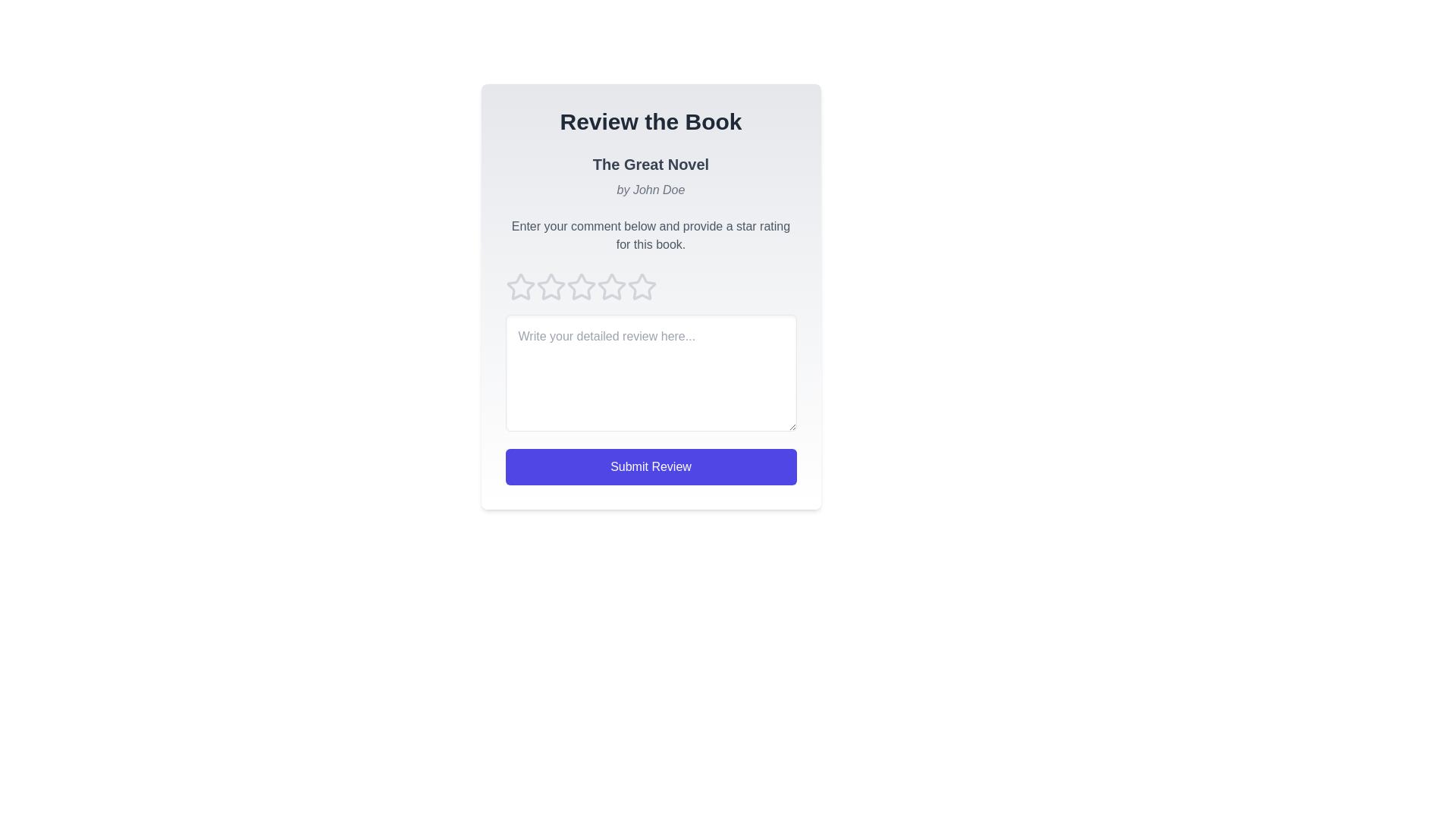  What do you see at coordinates (651, 466) in the screenshot?
I see `the 'Submit Review' button to submit the review` at bounding box center [651, 466].